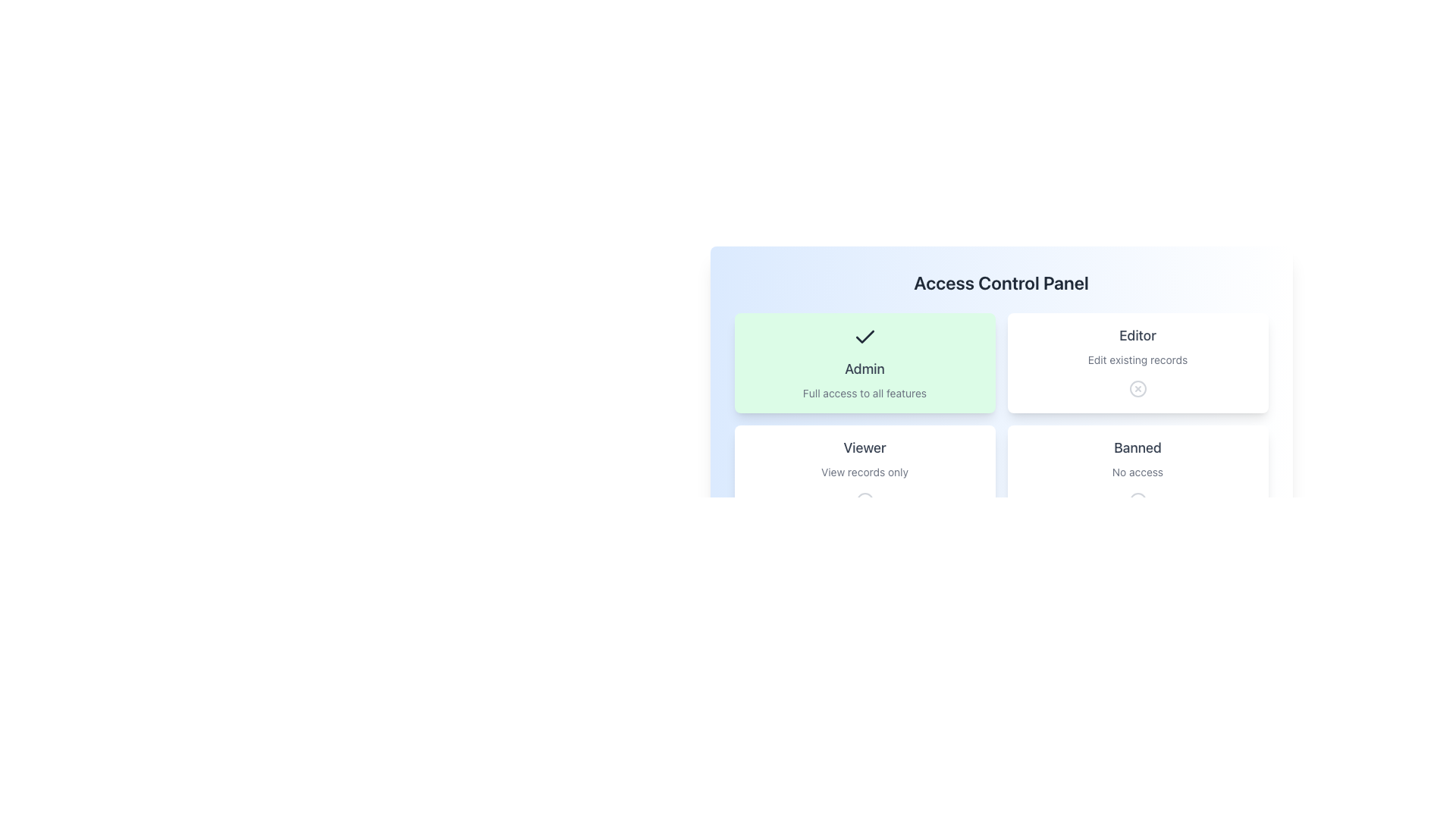 The width and height of the screenshot is (1456, 819). What do you see at coordinates (1137, 362) in the screenshot?
I see `the center of the 'Editor' role card in the Access Control Panel` at bounding box center [1137, 362].